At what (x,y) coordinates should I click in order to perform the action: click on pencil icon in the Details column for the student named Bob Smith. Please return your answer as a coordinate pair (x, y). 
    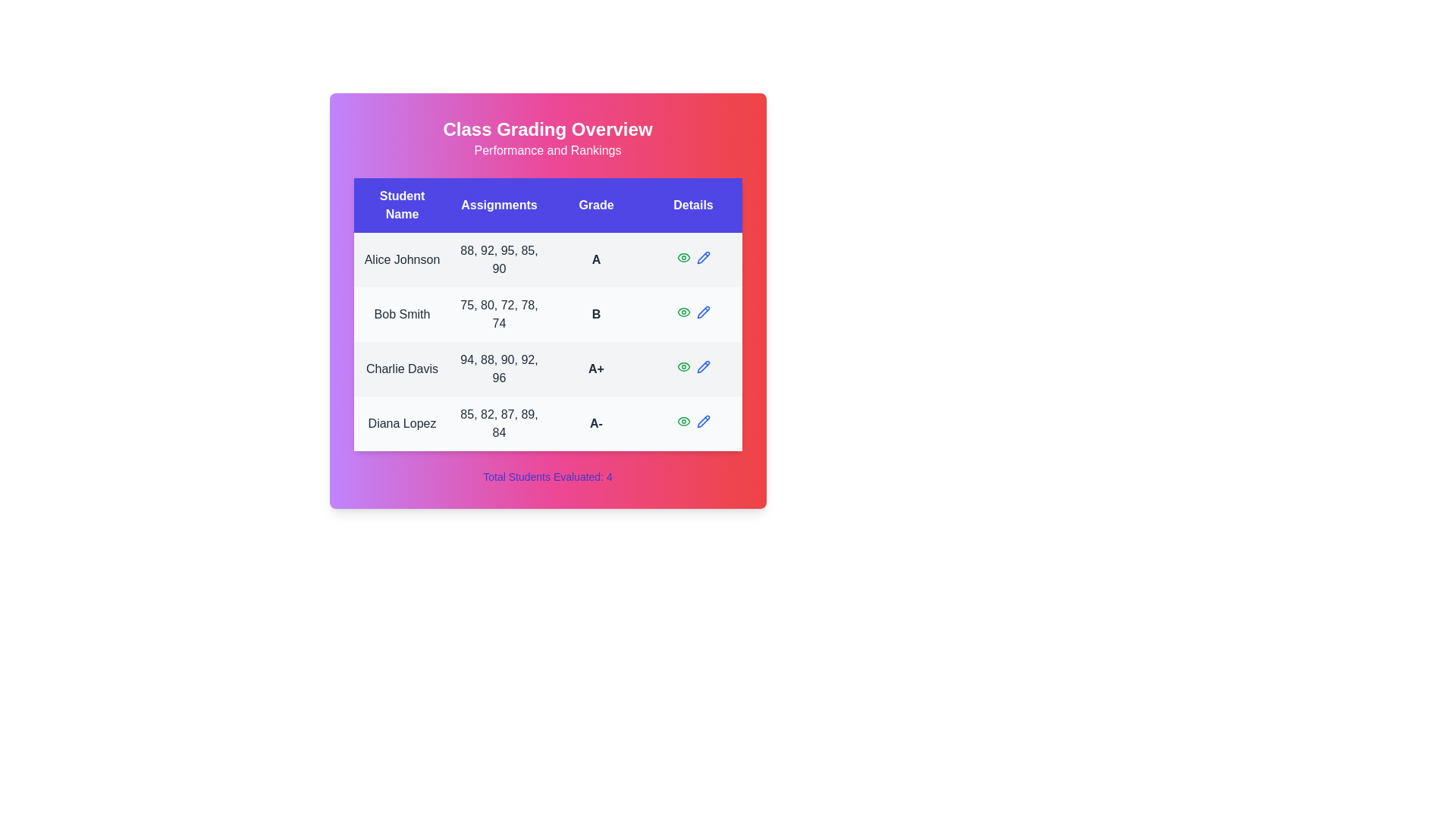
    Looking at the image, I should click on (702, 311).